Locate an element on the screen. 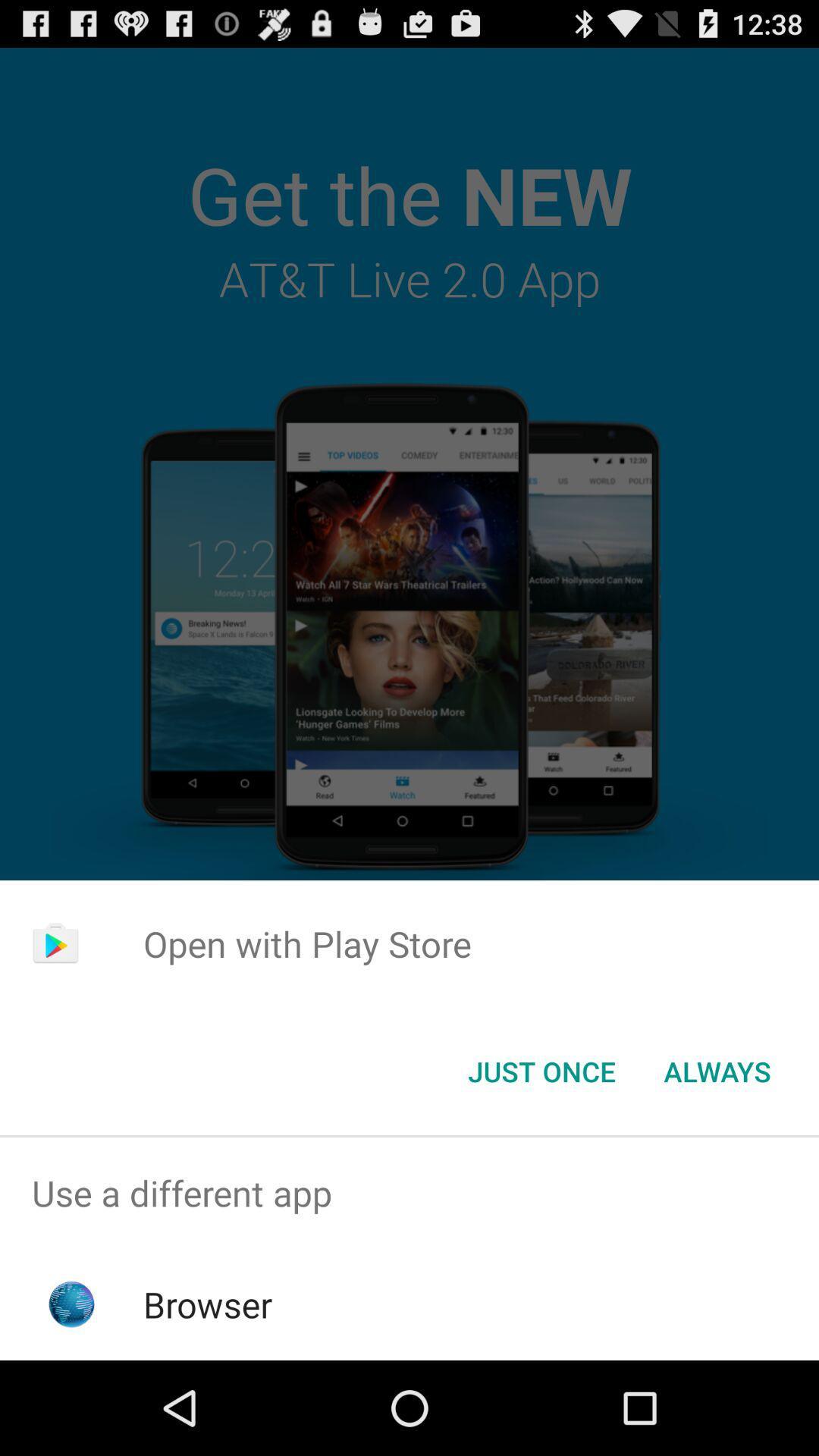 This screenshot has height=1456, width=819. the always is located at coordinates (717, 1070).